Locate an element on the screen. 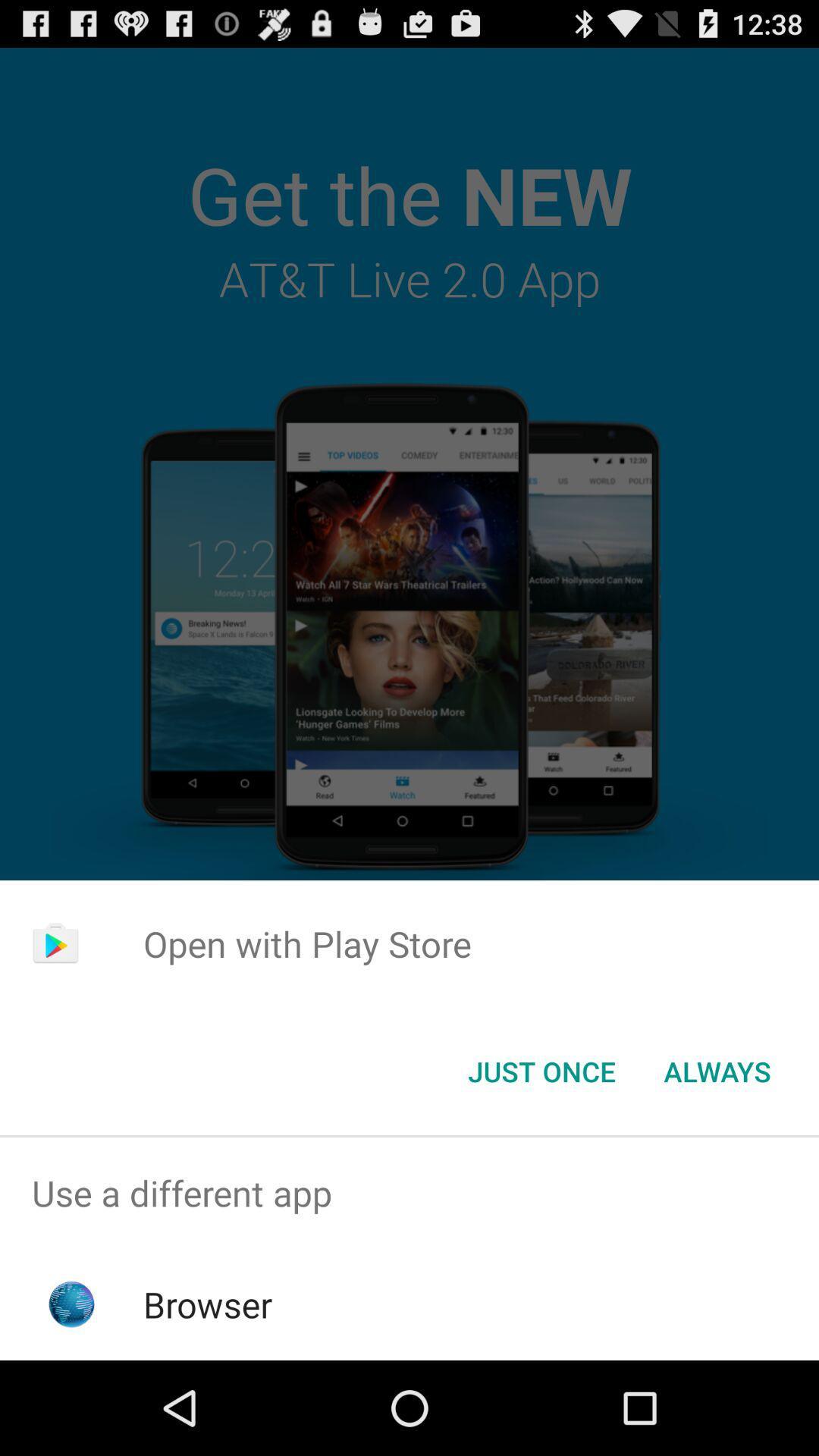 This screenshot has height=1456, width=819. the always is located at coordinates (717, 1070).